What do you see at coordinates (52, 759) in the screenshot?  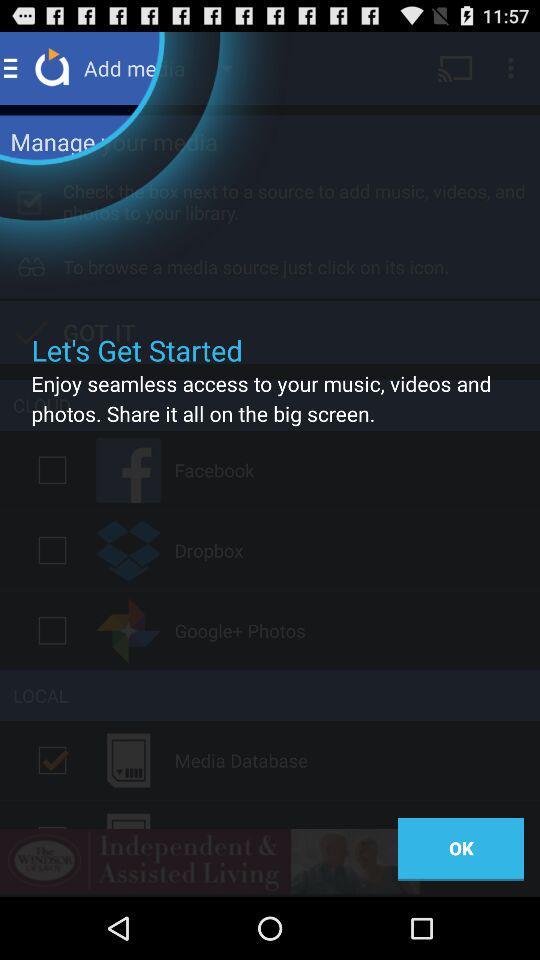 I see `open media database` at bounding box center [52, 759].